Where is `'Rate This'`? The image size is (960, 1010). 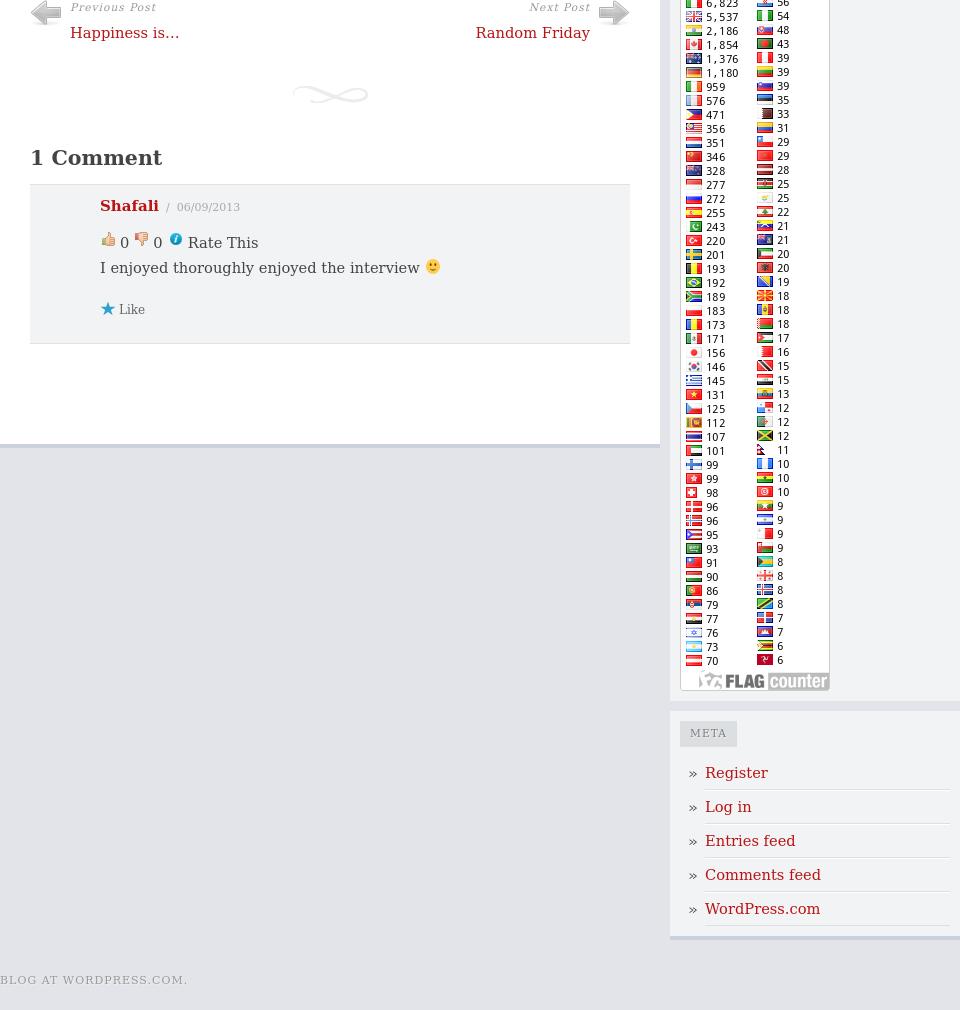
'Rate This' is located at coordinates (187, 240).